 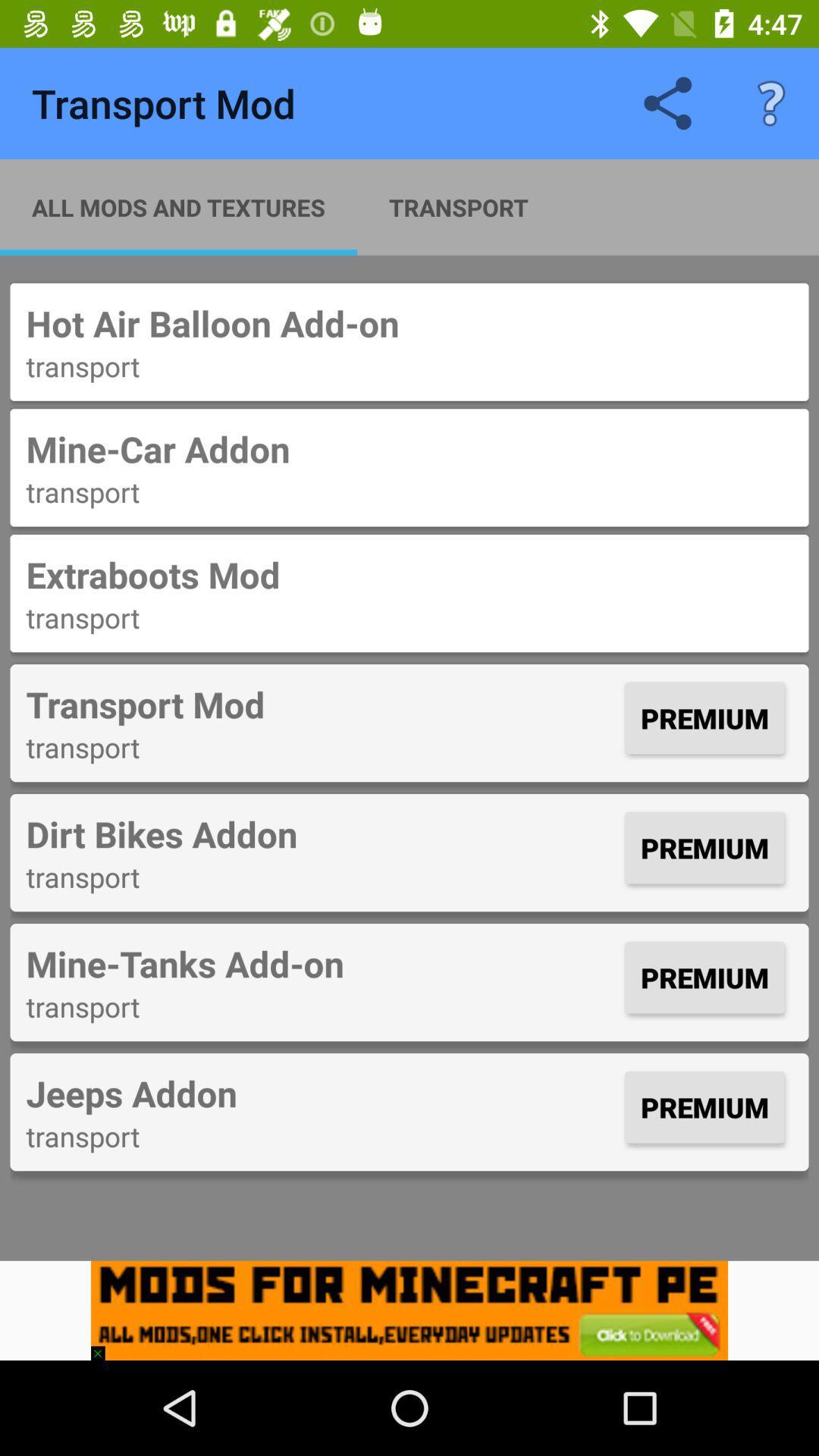 What do you see at coordinates (321, 833) in the screenshot?
I see `icon to the left of premium` at bounding box center [321, 833].